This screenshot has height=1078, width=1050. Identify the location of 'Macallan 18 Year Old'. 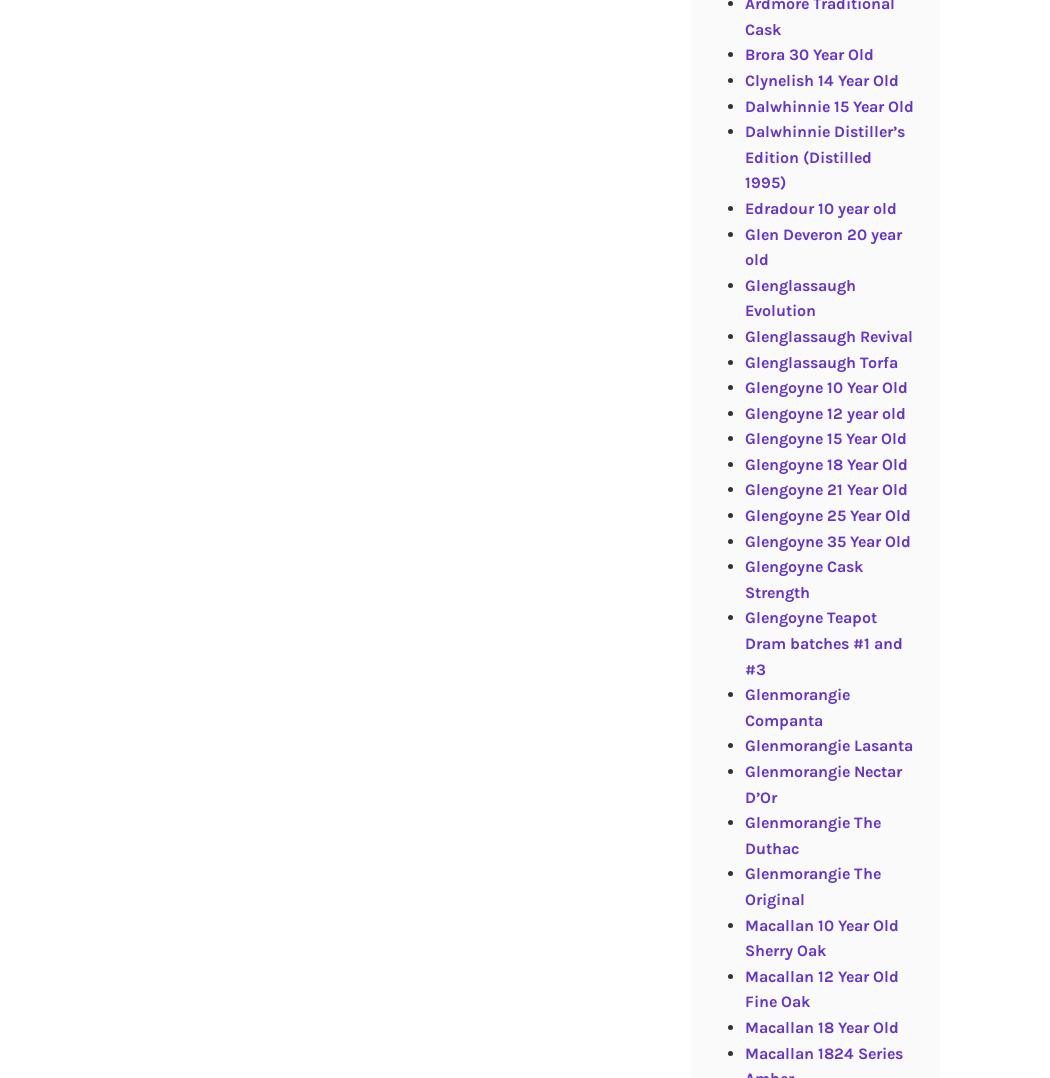
(819, 1025).